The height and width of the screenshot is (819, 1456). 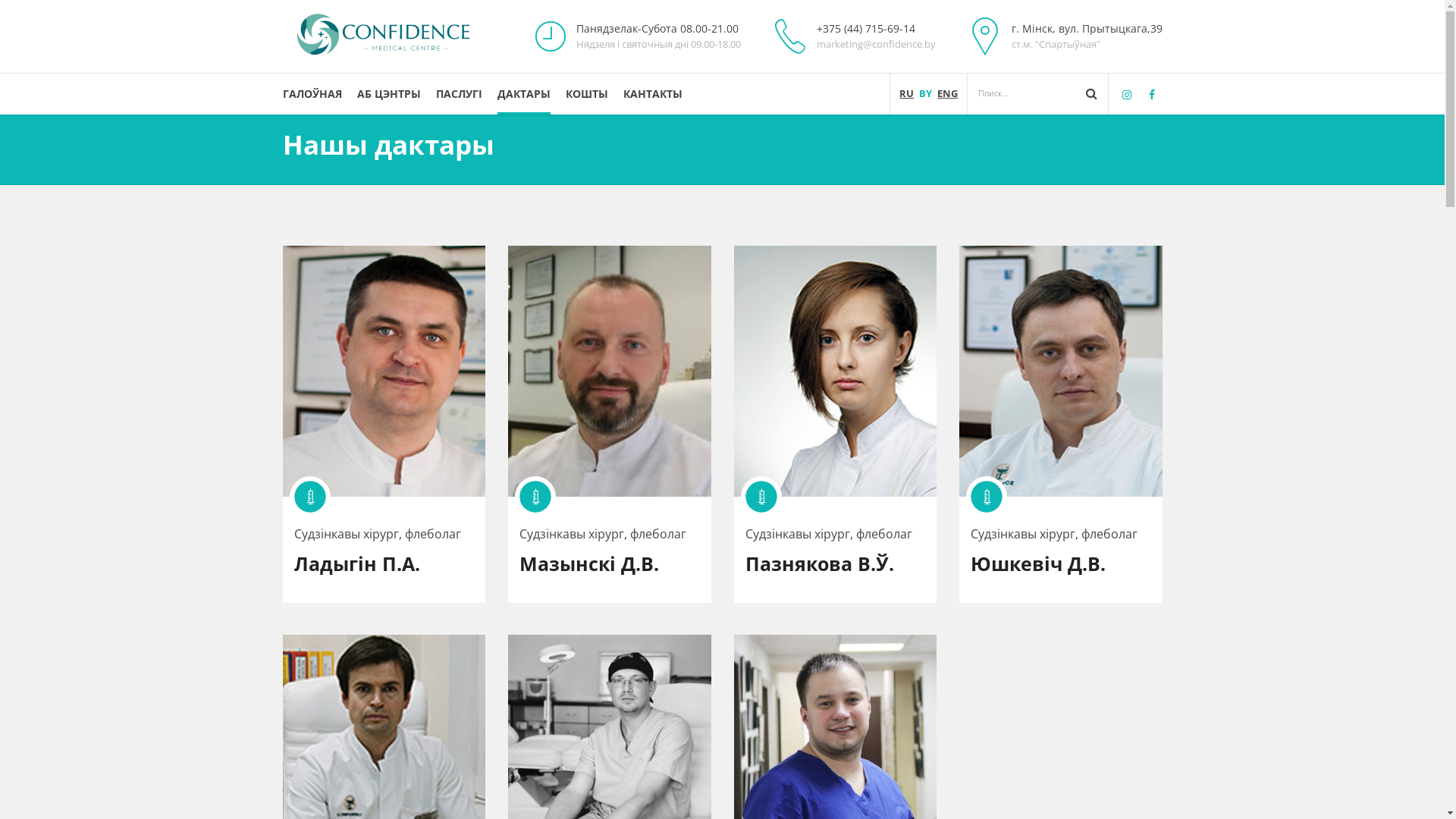 I want to click on 'RU', so click(x=906, y=93).